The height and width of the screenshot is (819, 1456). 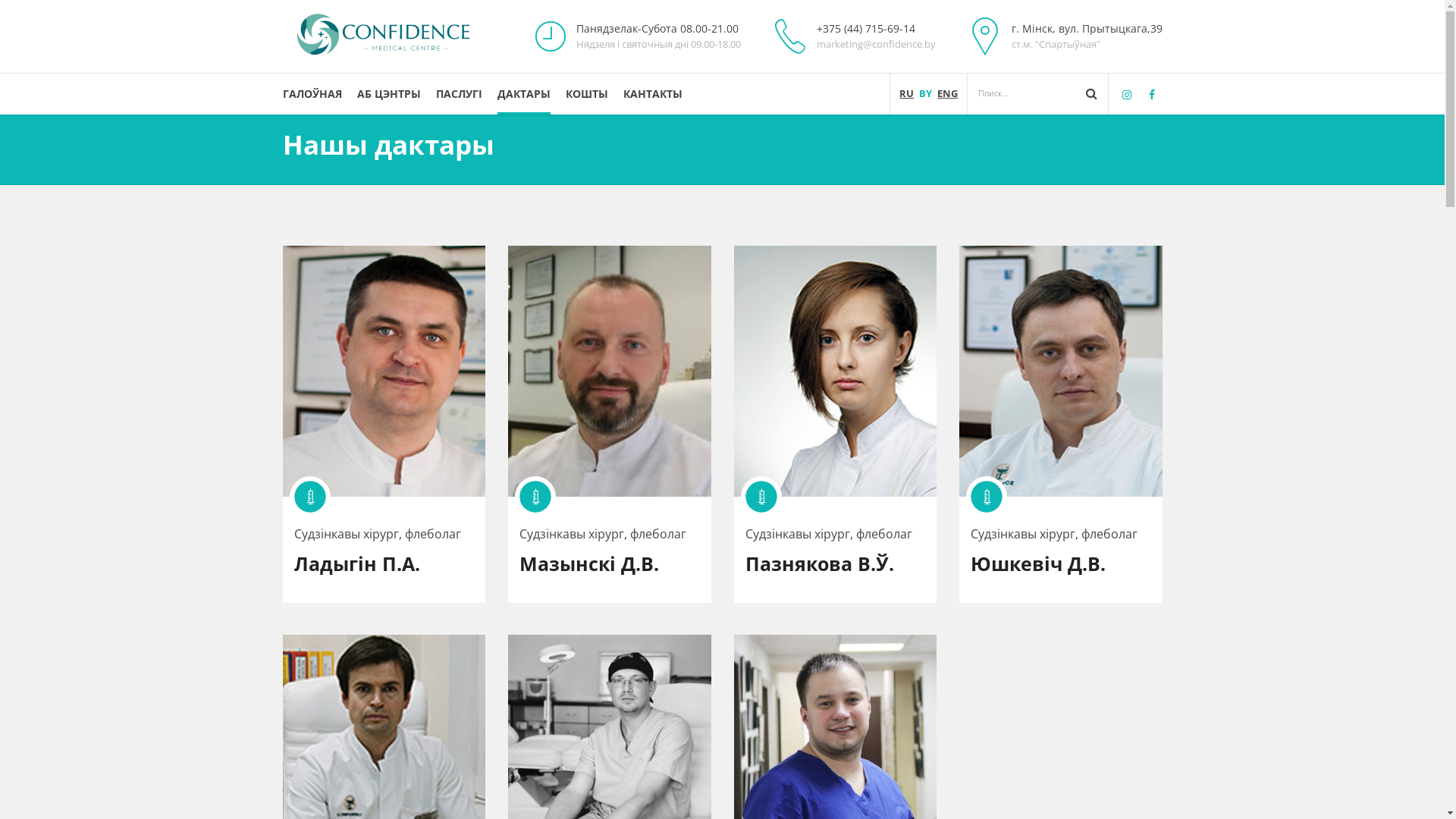 I want to click on 'RU', so click(x=906, y=93).